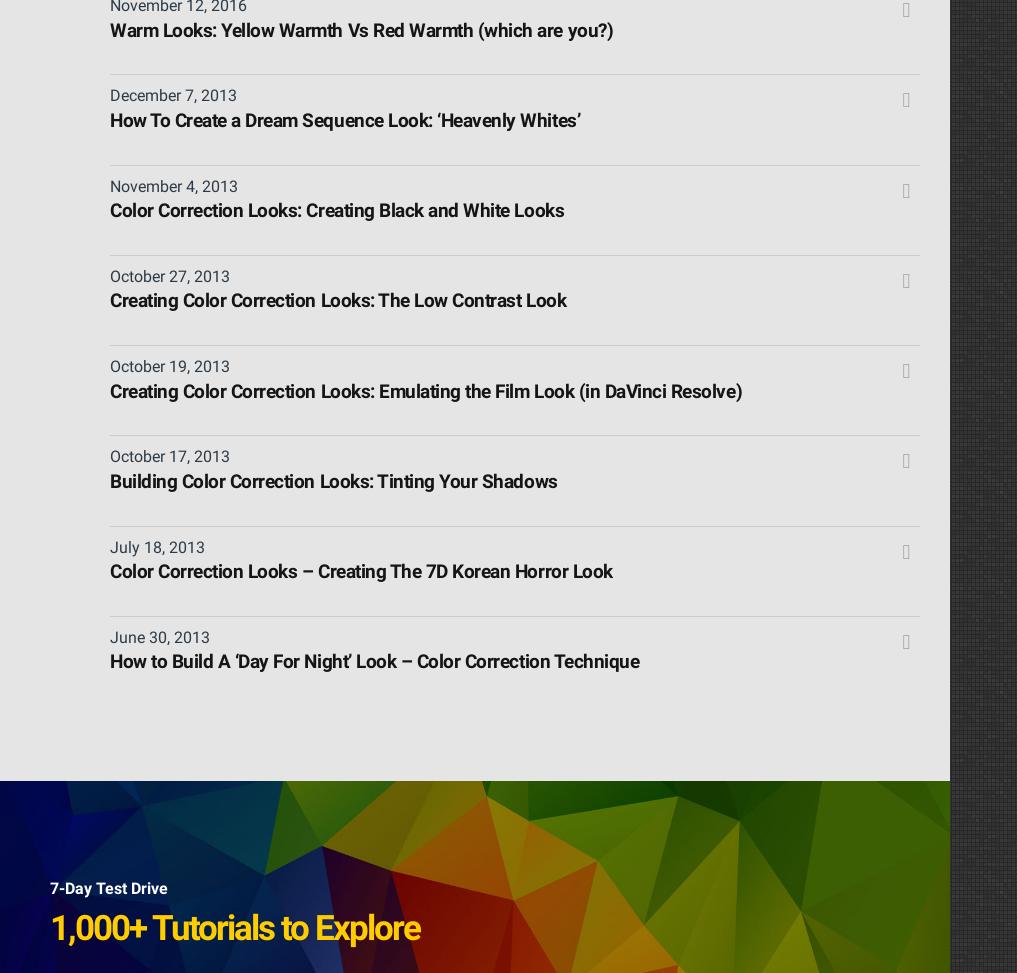  What do you see at coordinates (110, 545) in the screenshot?
I see `'July 18, 2013'` at bounding box center [110, 545].